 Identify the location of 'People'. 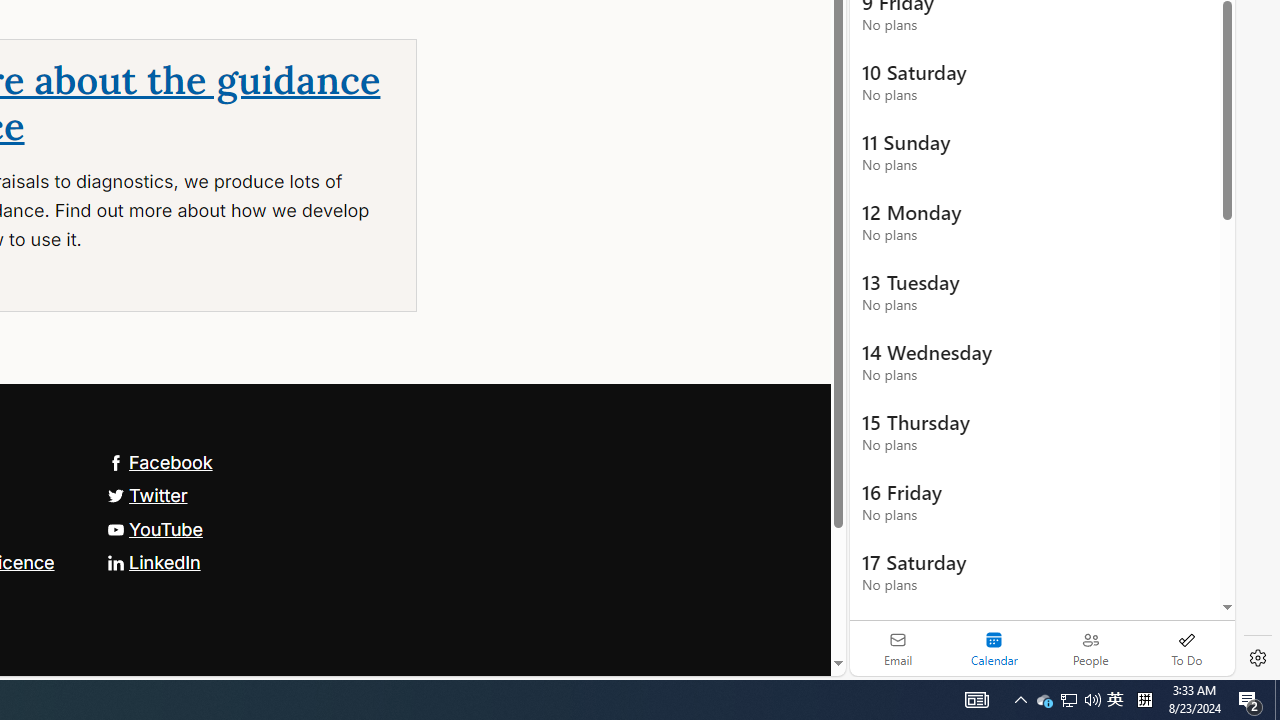
(1089, 648).